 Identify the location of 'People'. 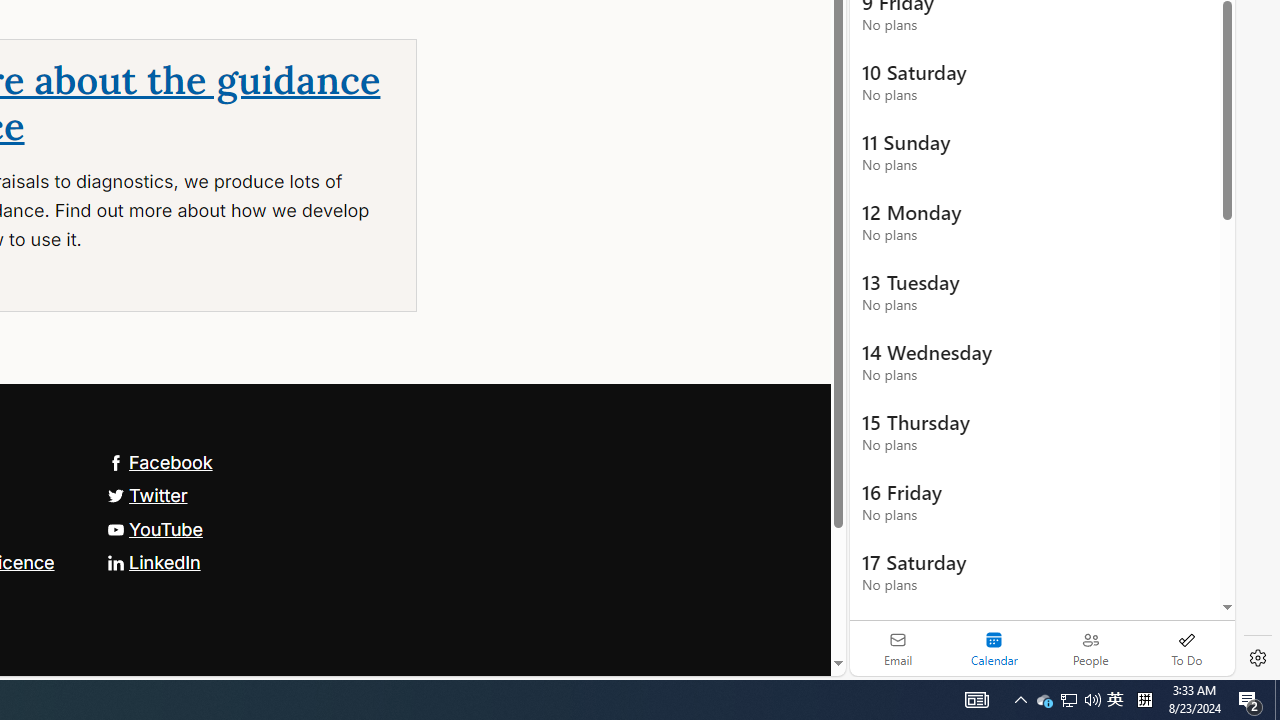
(1089, 648).